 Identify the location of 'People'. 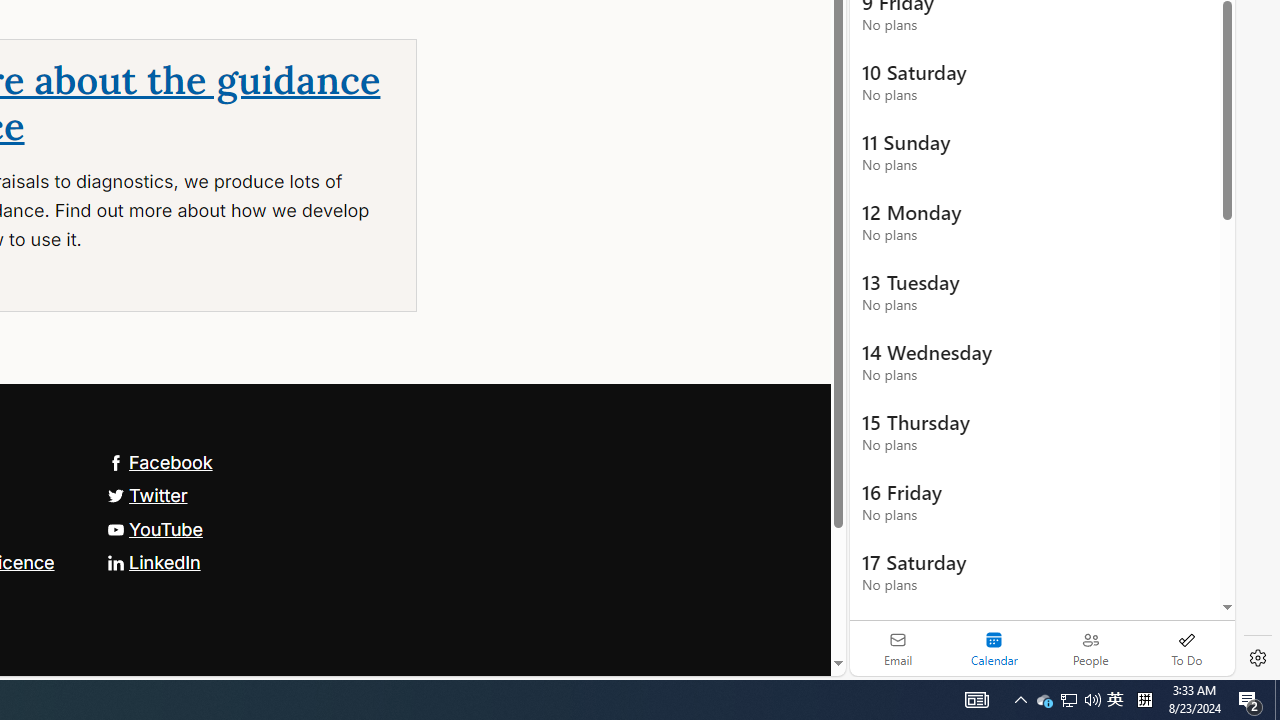
(1089, 648).